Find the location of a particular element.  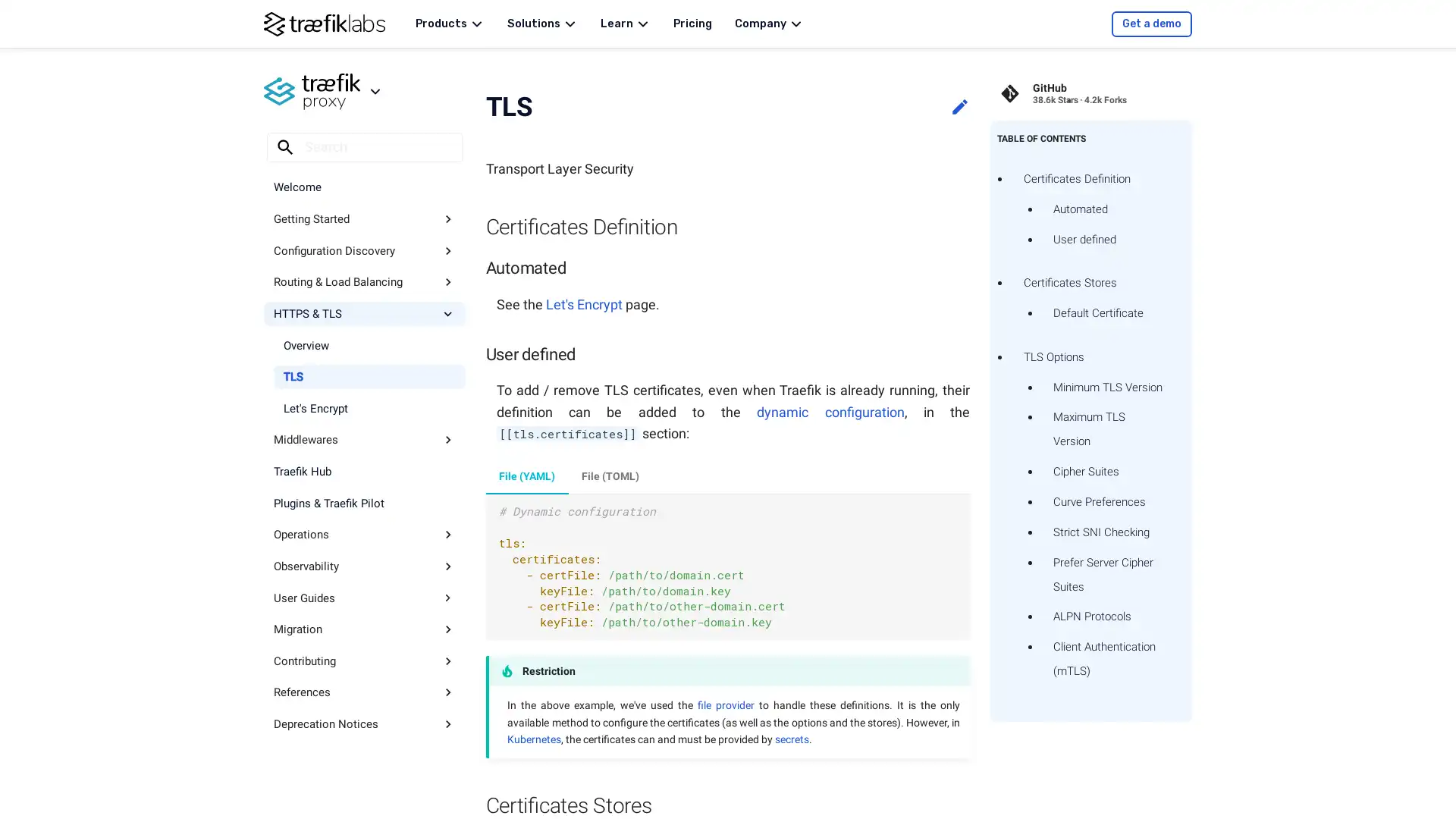

Clear is located at coordinates (443, 146).